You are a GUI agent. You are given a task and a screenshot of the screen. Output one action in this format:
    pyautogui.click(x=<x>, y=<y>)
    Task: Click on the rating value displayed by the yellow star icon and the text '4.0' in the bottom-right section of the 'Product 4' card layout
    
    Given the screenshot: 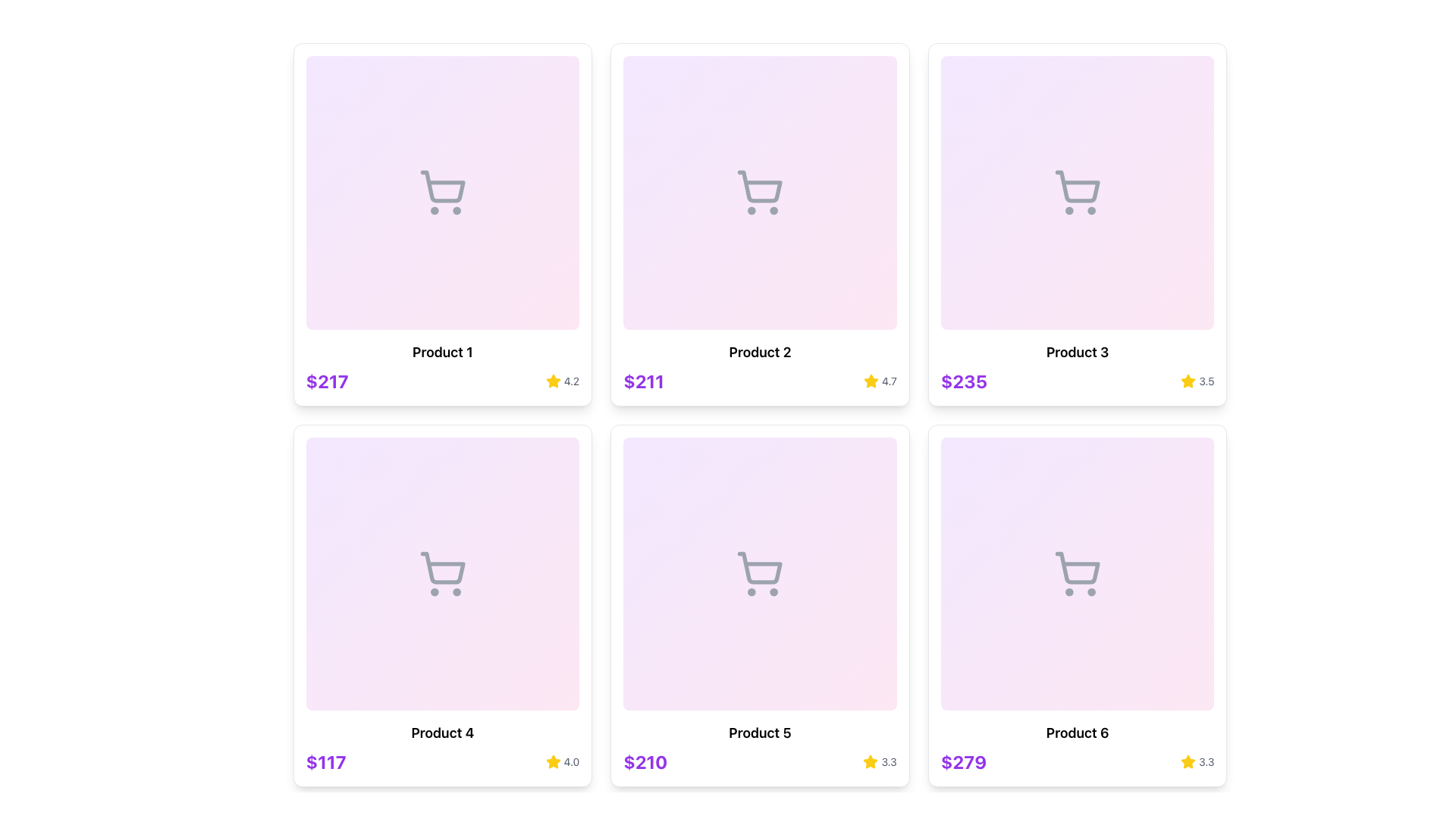 What is the action you would take?
    pyautogui.click(x=561, y=762)
    